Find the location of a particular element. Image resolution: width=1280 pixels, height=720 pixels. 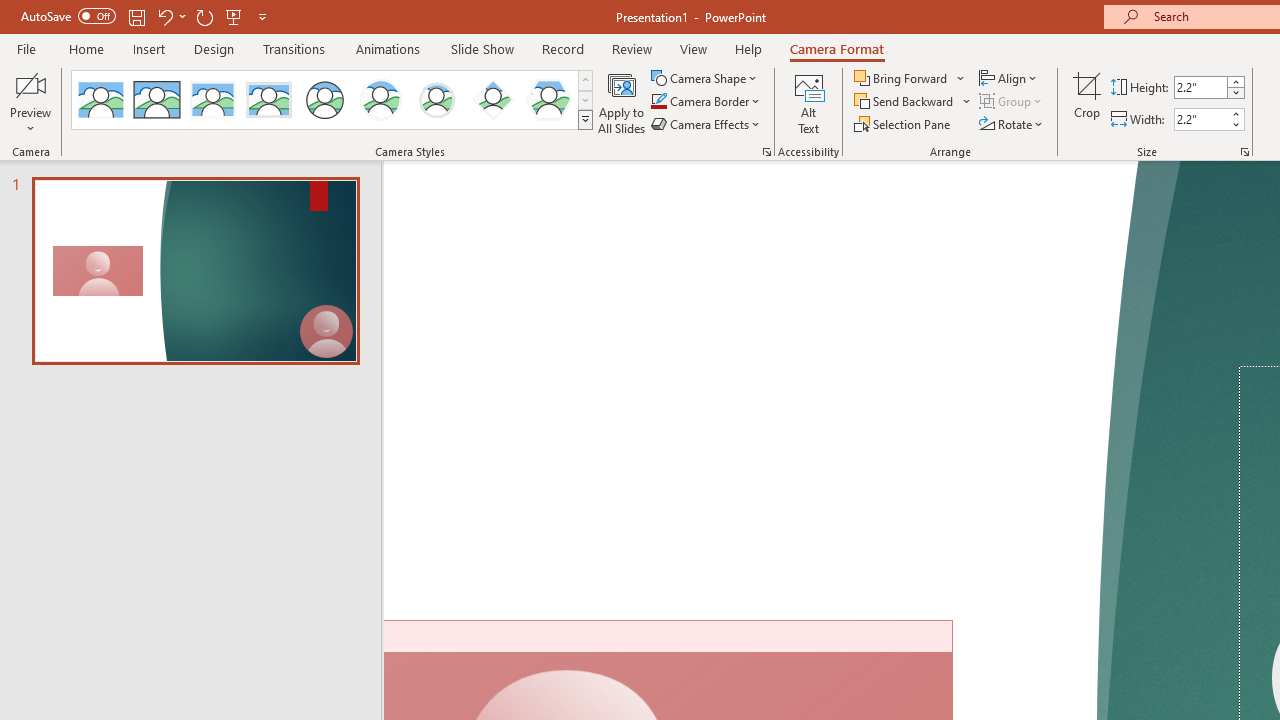

'Selection Pane...' is located at coordinates (903, 124).